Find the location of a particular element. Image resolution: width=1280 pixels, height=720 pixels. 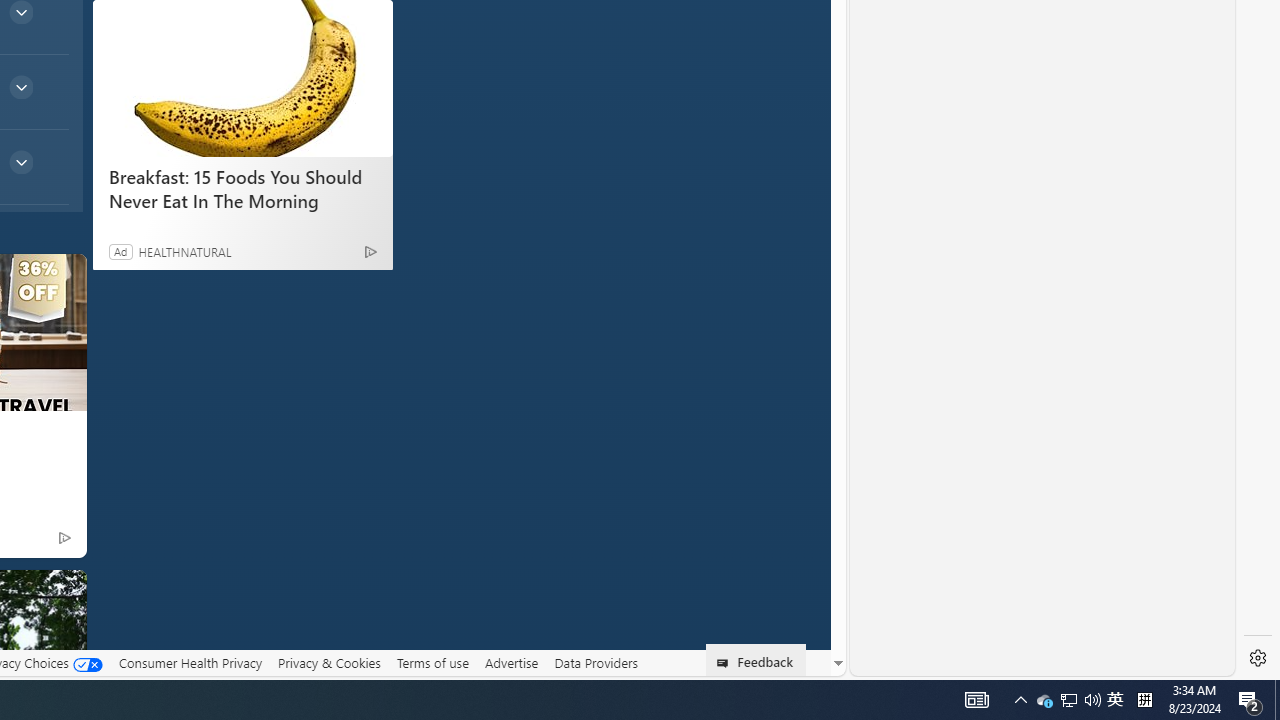

'Class: feedback_link_icon-DS-EntryPoint1-1' is located at coordinates (726, 663).